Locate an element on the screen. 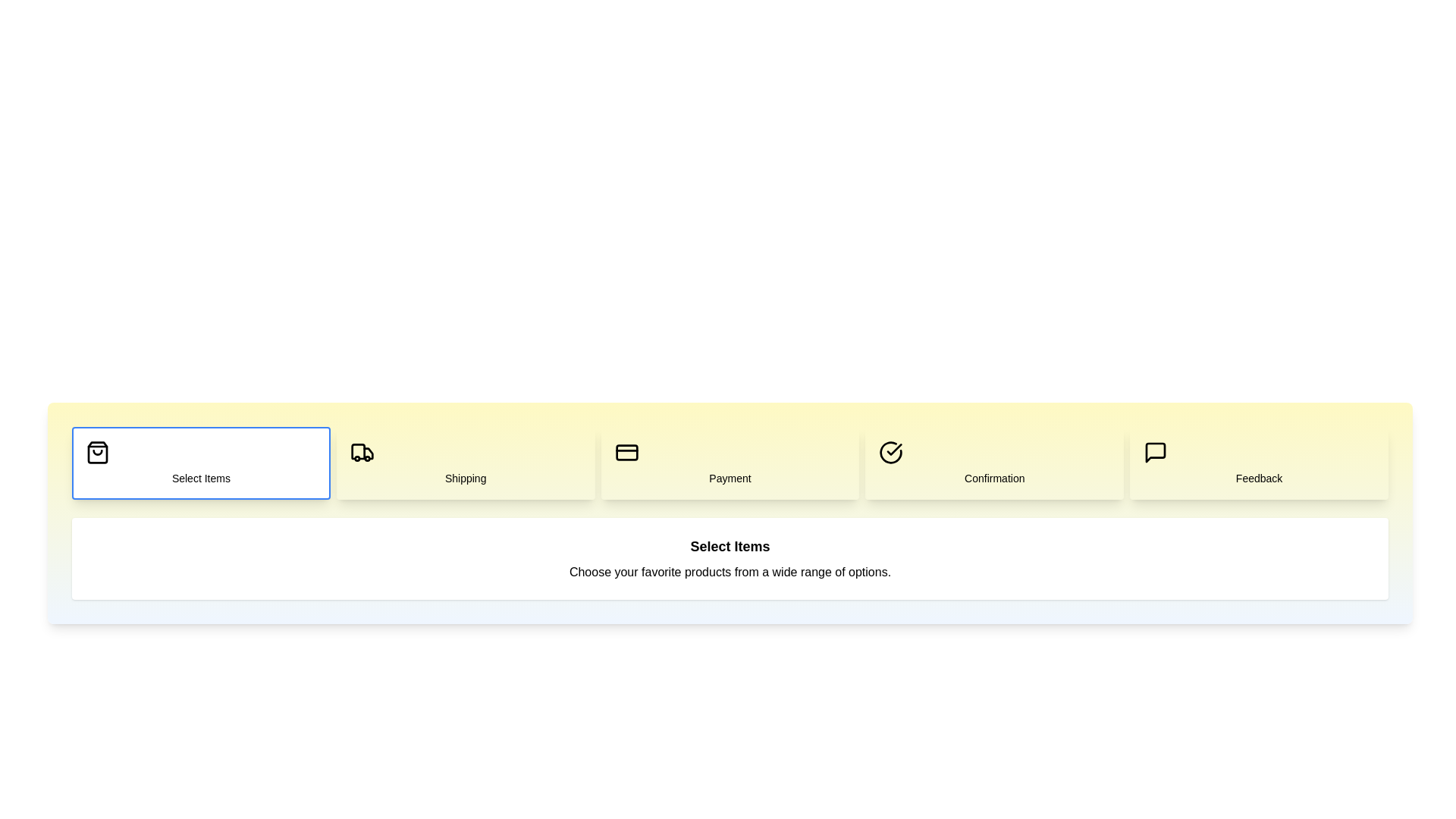 The height and width of the screenshot is (819, 1456). the tab corresponding to the Payment phase in the purchase process is located at coordinates (730, 462).